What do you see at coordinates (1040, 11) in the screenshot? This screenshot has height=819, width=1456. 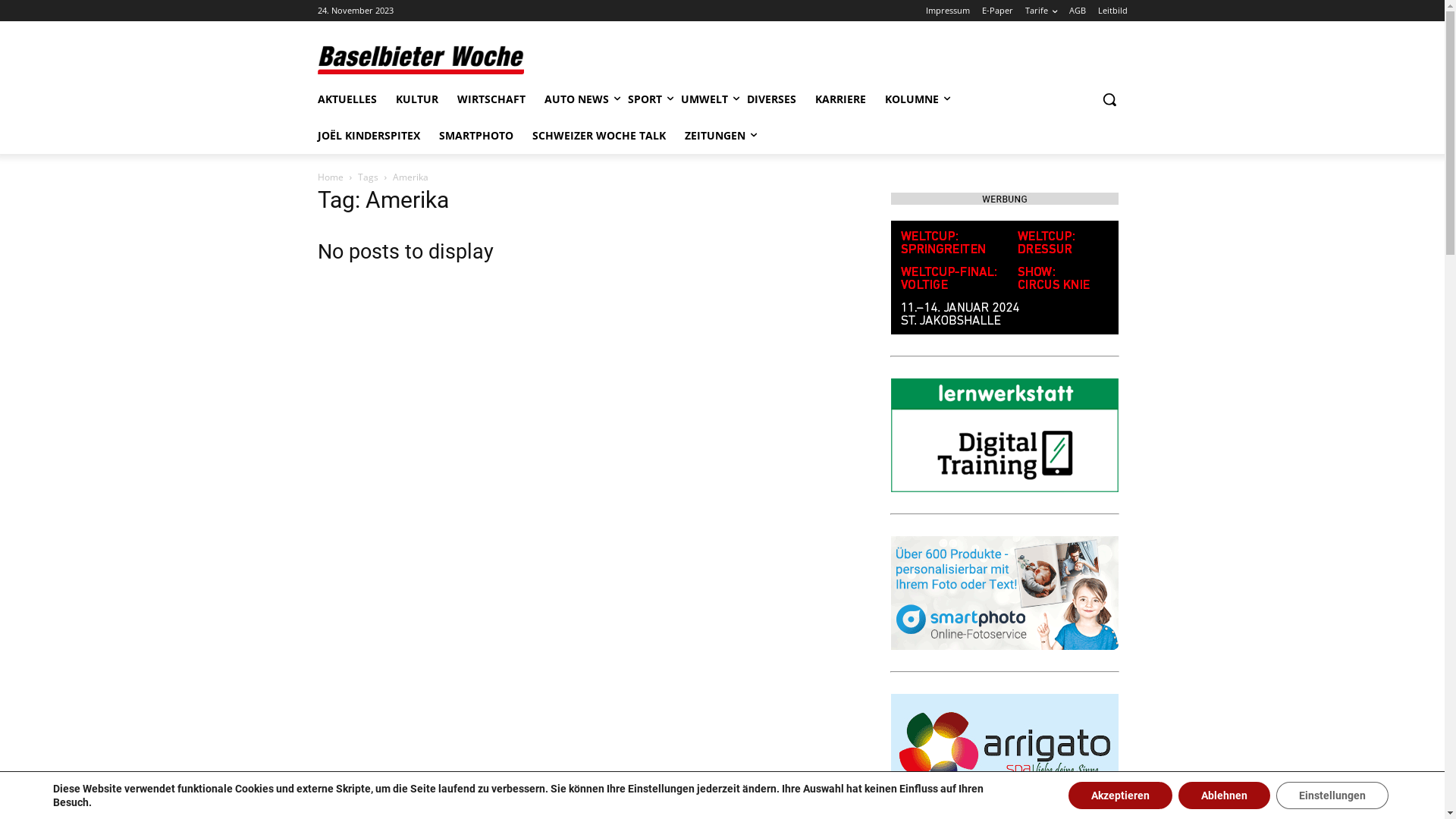 I see `'Tarife'` at bounding box center [1040, 11].